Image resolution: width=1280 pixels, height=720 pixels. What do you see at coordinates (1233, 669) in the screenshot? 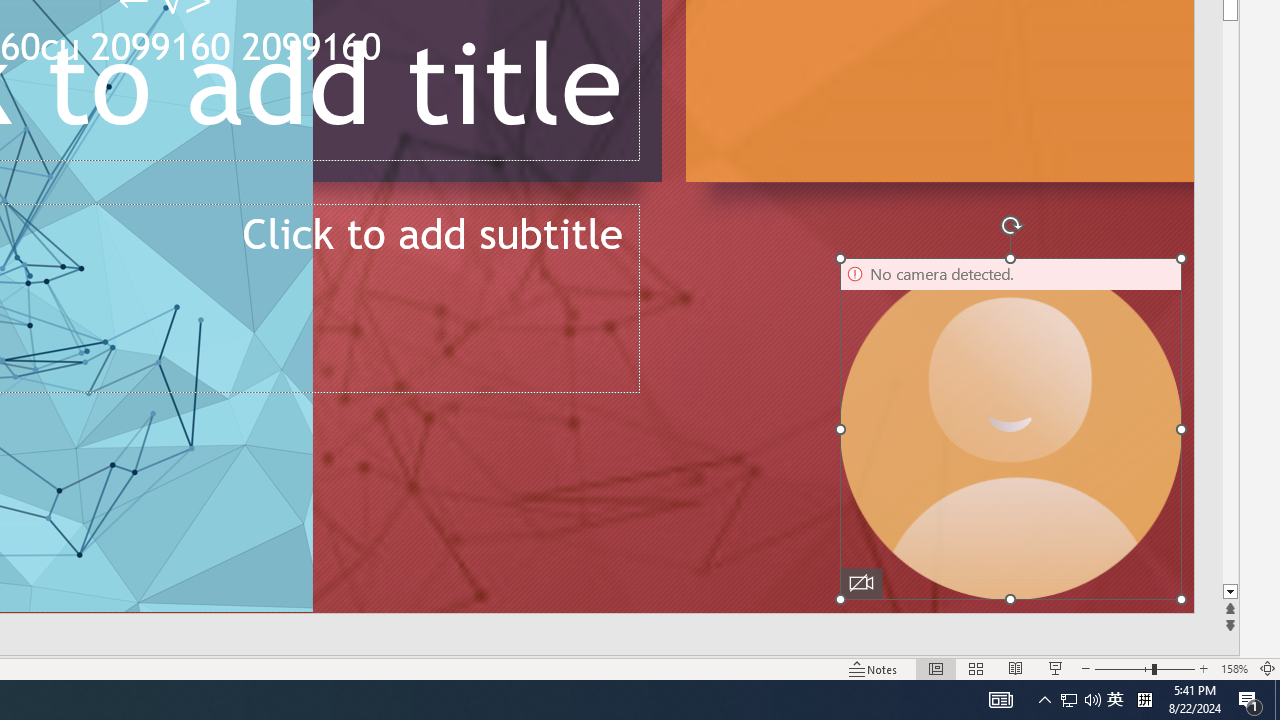
I see `'Zoom 158%'` at bounding box center [1233, 669].